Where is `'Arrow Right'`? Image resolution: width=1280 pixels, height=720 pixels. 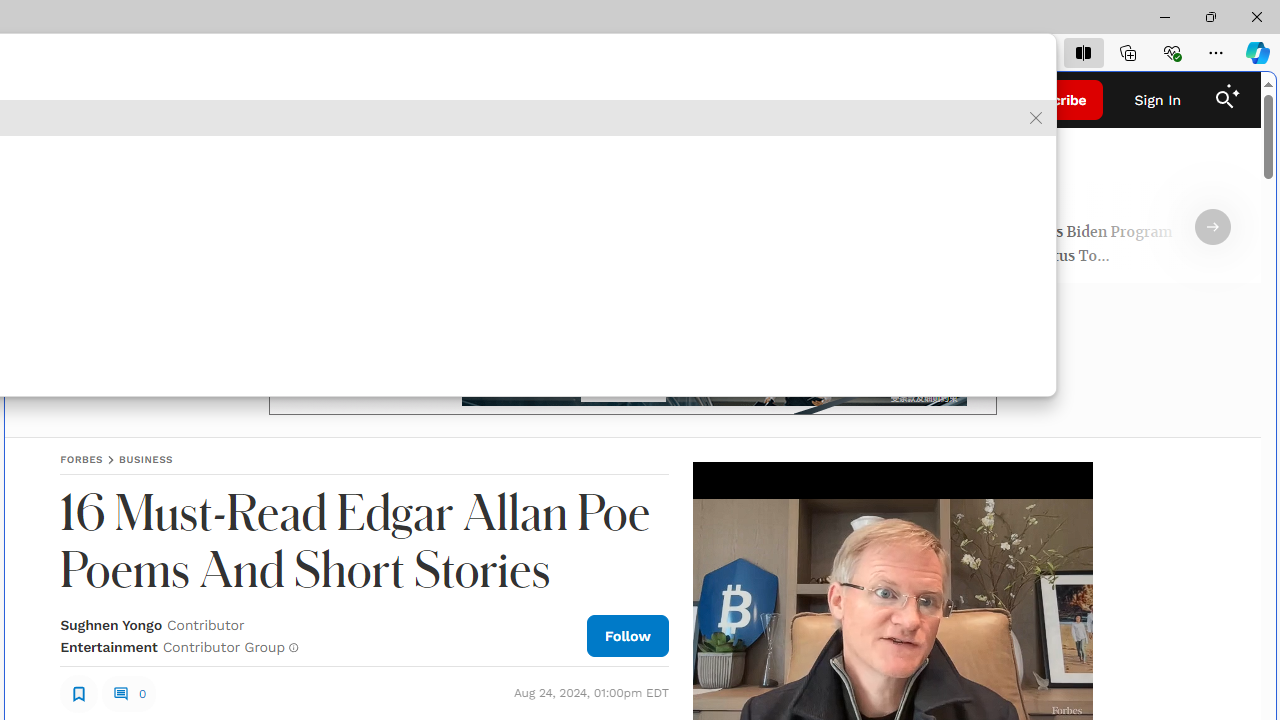 'Arrow Right' is located at coordinates (1212, 226).